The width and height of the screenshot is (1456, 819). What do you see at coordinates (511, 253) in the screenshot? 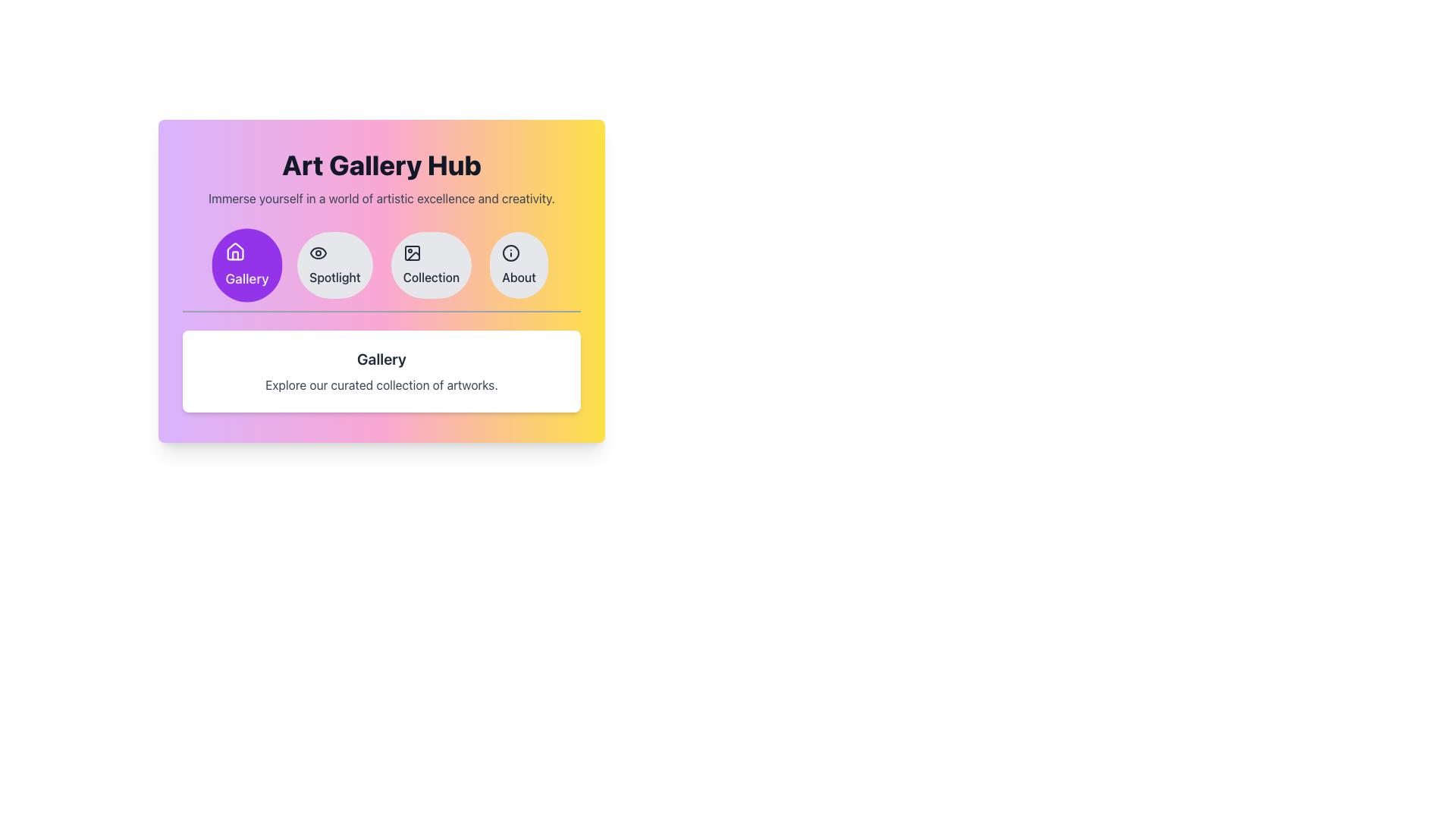
I see `the circular icon with a thin border, featuring a vertical line and a dot above it, located within the 'About' button in the 'Art Gallery Hub'` at bounding box center [511, 253].